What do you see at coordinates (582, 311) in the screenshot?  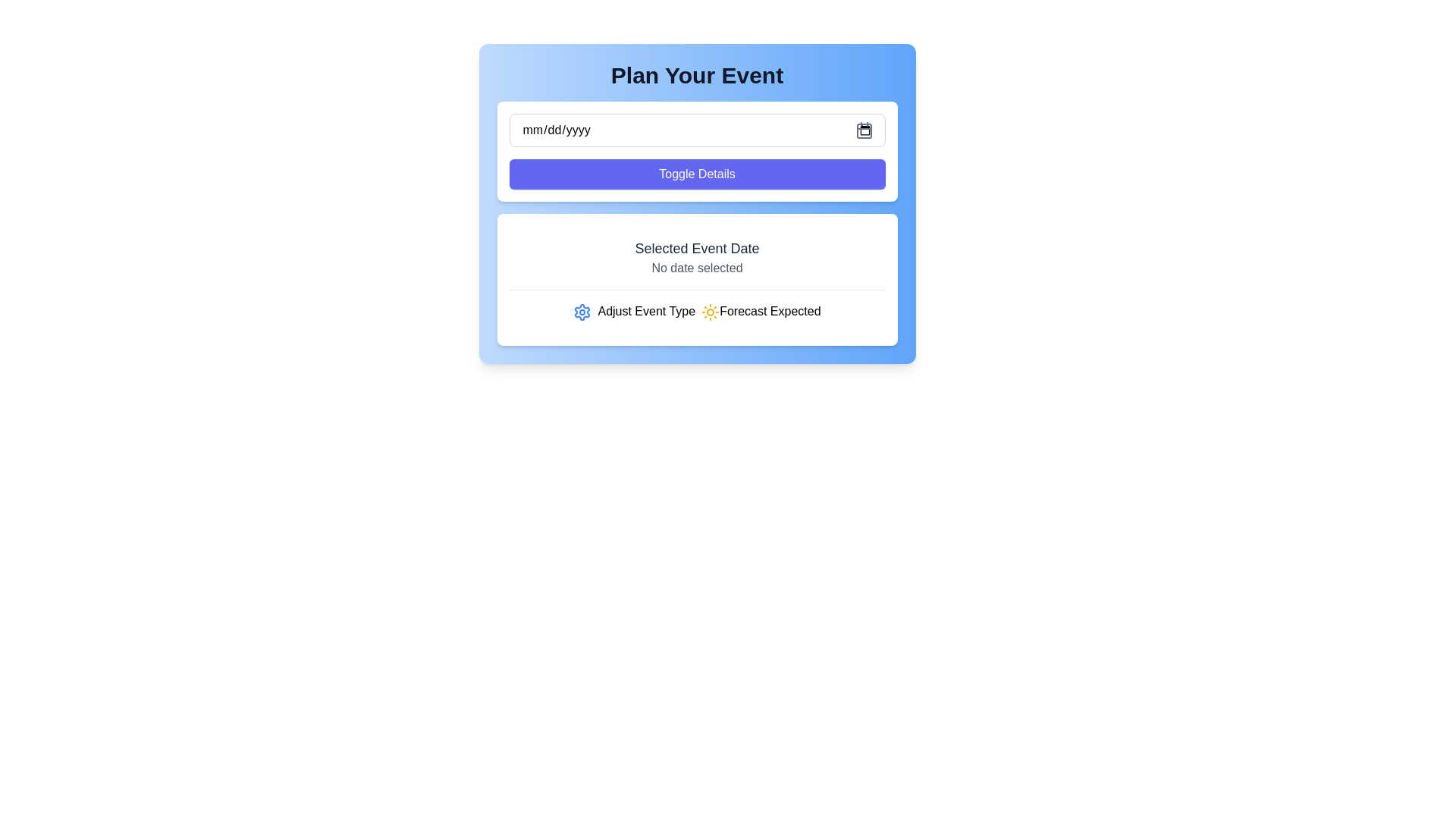 I see `the gear icon located in the bottom section of the card layout for accessibility navigation` at bounding box center [582, 311].